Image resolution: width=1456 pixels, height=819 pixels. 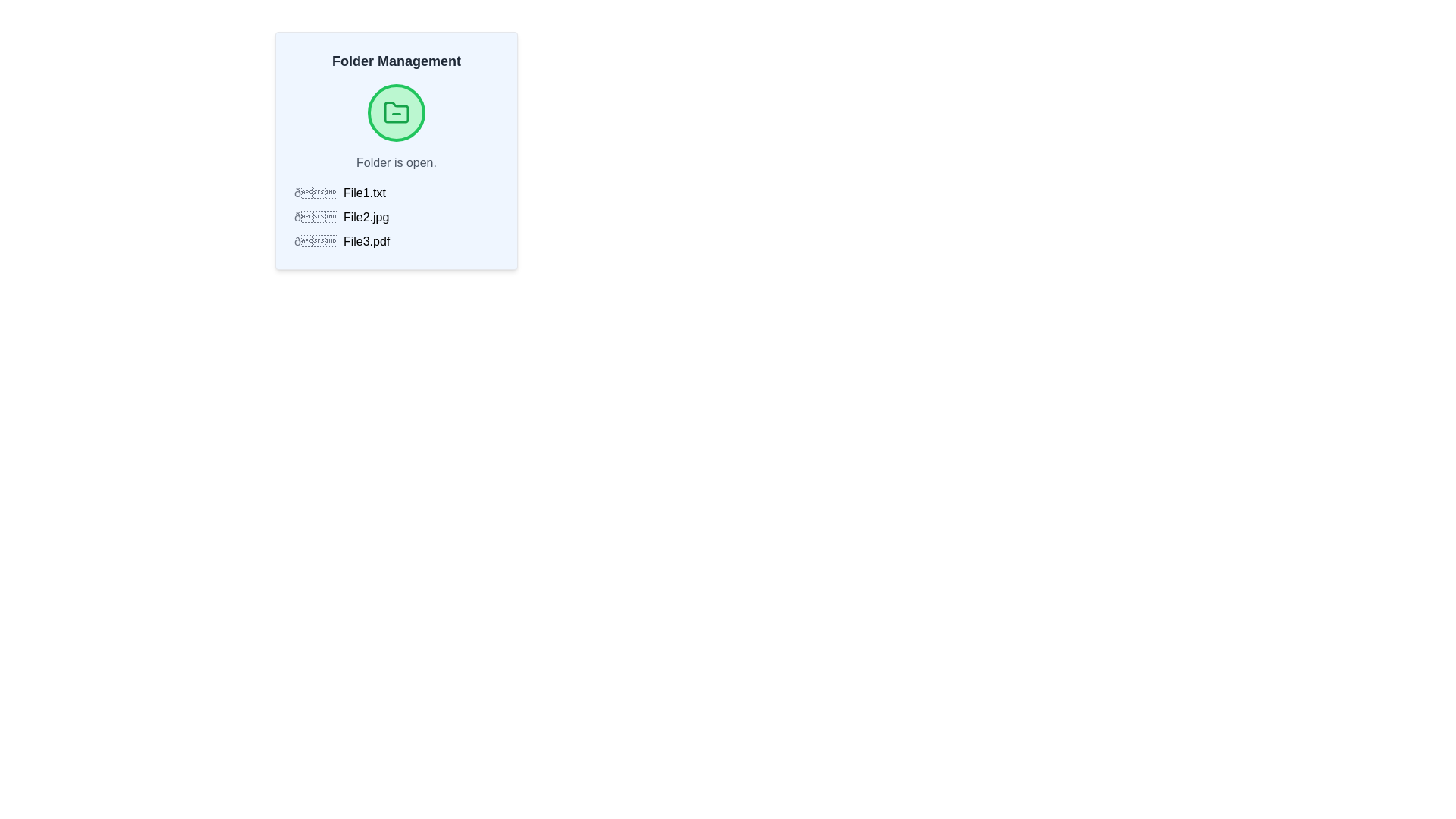 What do you see at coordinates (315, 217) in the screenshot?
I see `the gray circular icon representing the file type of 'File2.jpg' to infer its type` at bounding box center [315, 217].